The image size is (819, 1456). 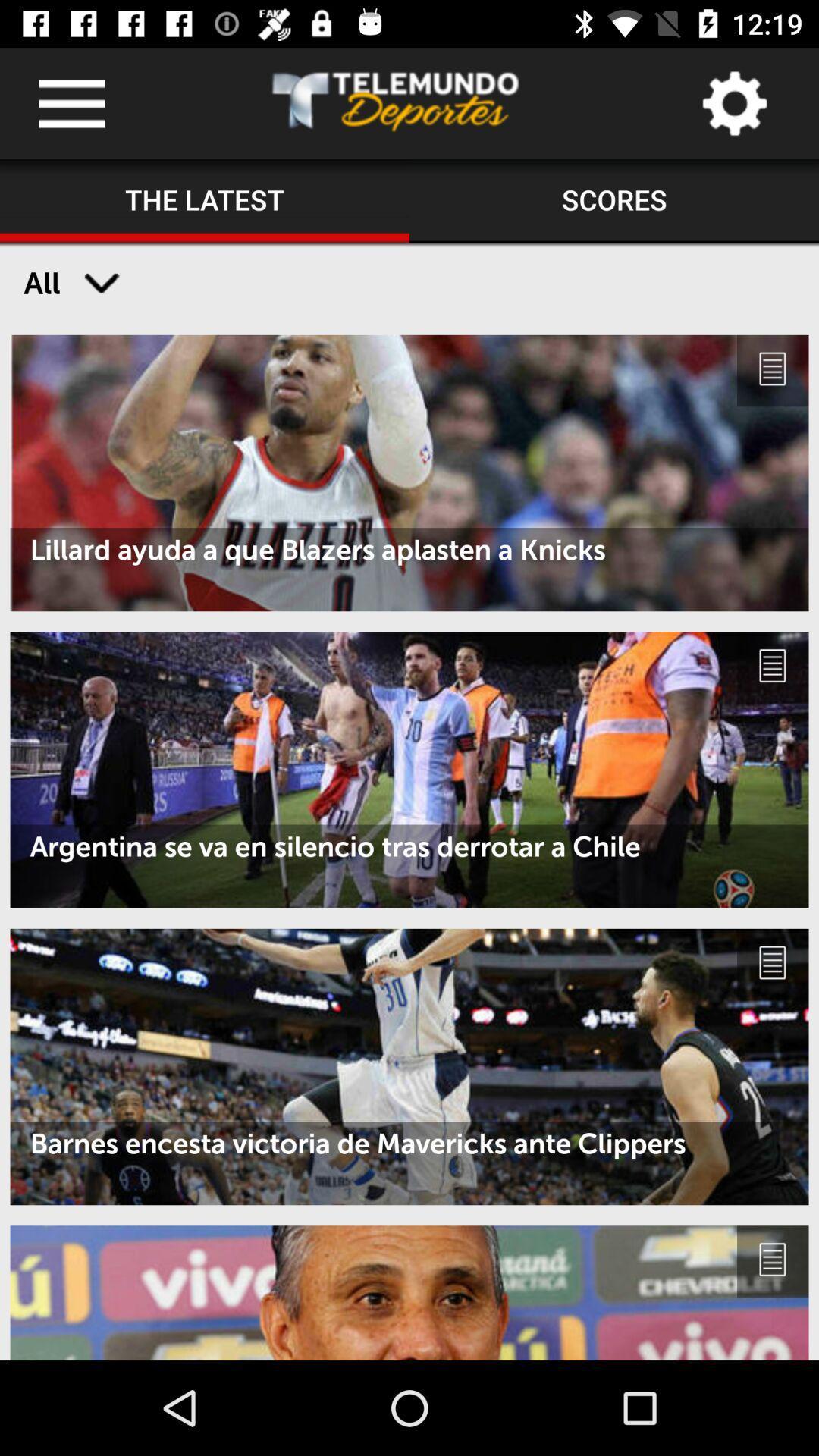 What do you see at coordinates (409, 846) in the screenshot?
I see `the argentina se va icon` at bounding box center [409, 846].